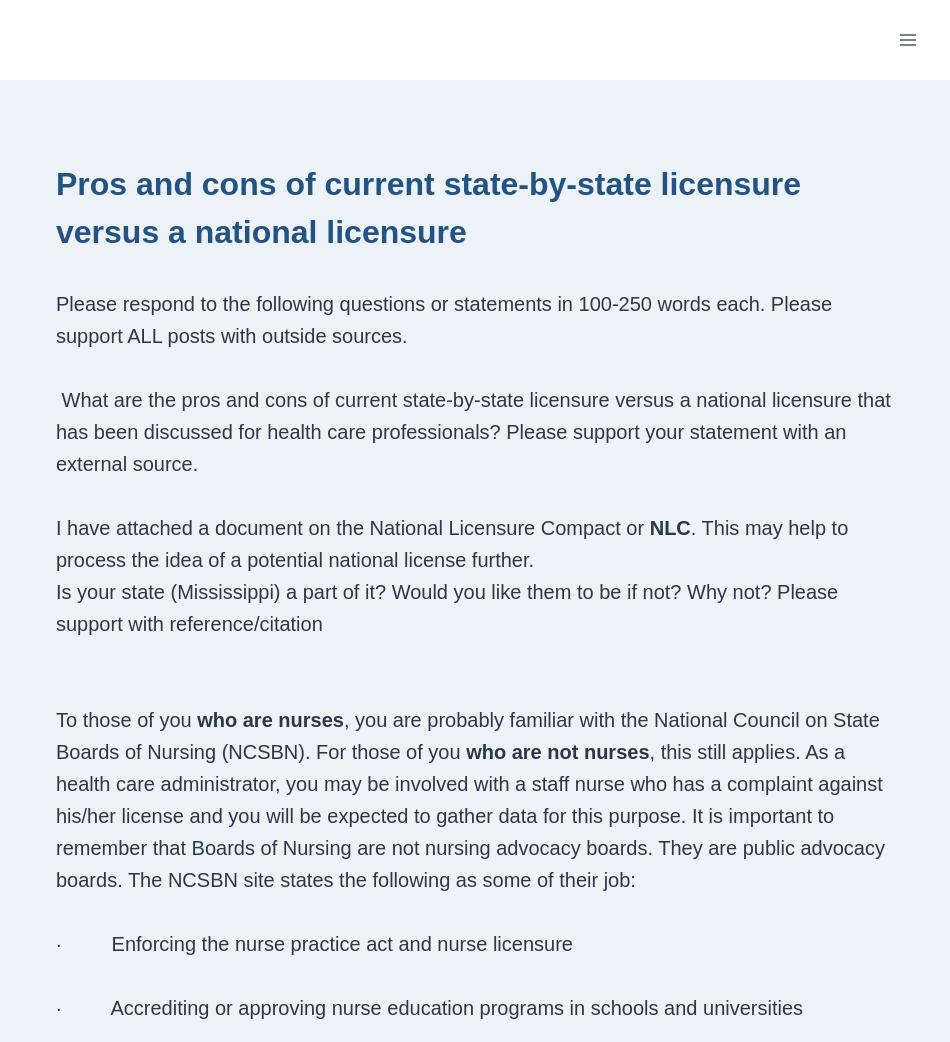  What do you see at coordinates (468, 815) in the screenshot?
I see `', this still applies. As a health care administrator, you may be involved with a staff nurse who has a complaint against his/her license and you will be expected to gather data for this purpose. It is important to remember that Boards of Nursing are not nursing advocacy boards. They are public advocacy boards. The NCSBN site states the following as some of their job:'` at bounding box center [468, 815].